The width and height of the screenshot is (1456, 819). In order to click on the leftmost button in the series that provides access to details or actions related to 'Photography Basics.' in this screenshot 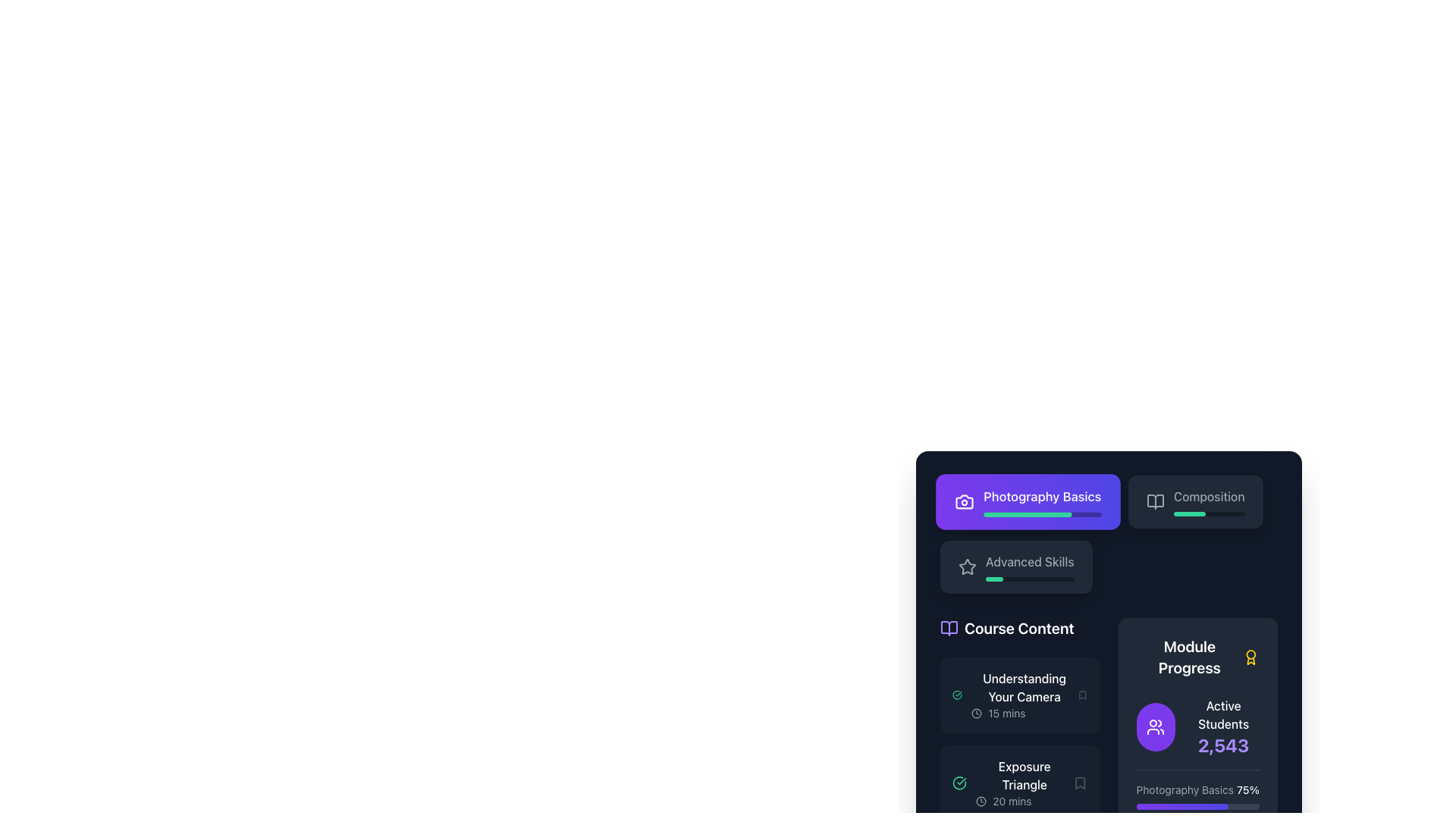, I will do `click(1040, 502)`.